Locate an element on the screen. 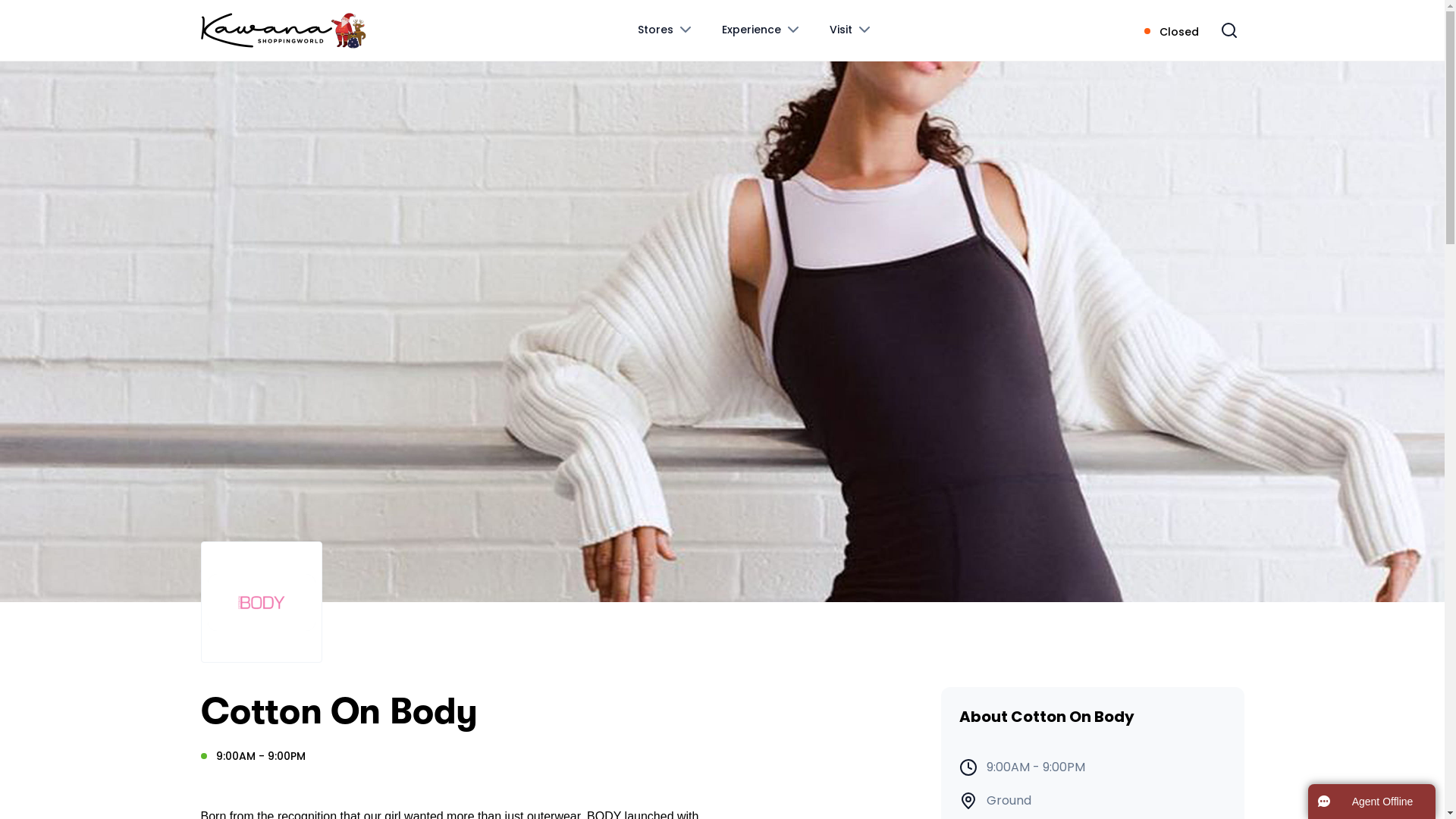 Image resolution: width=1456 pixels, height=819 pixels. 'Experience' is located at coordinates (761, 30).